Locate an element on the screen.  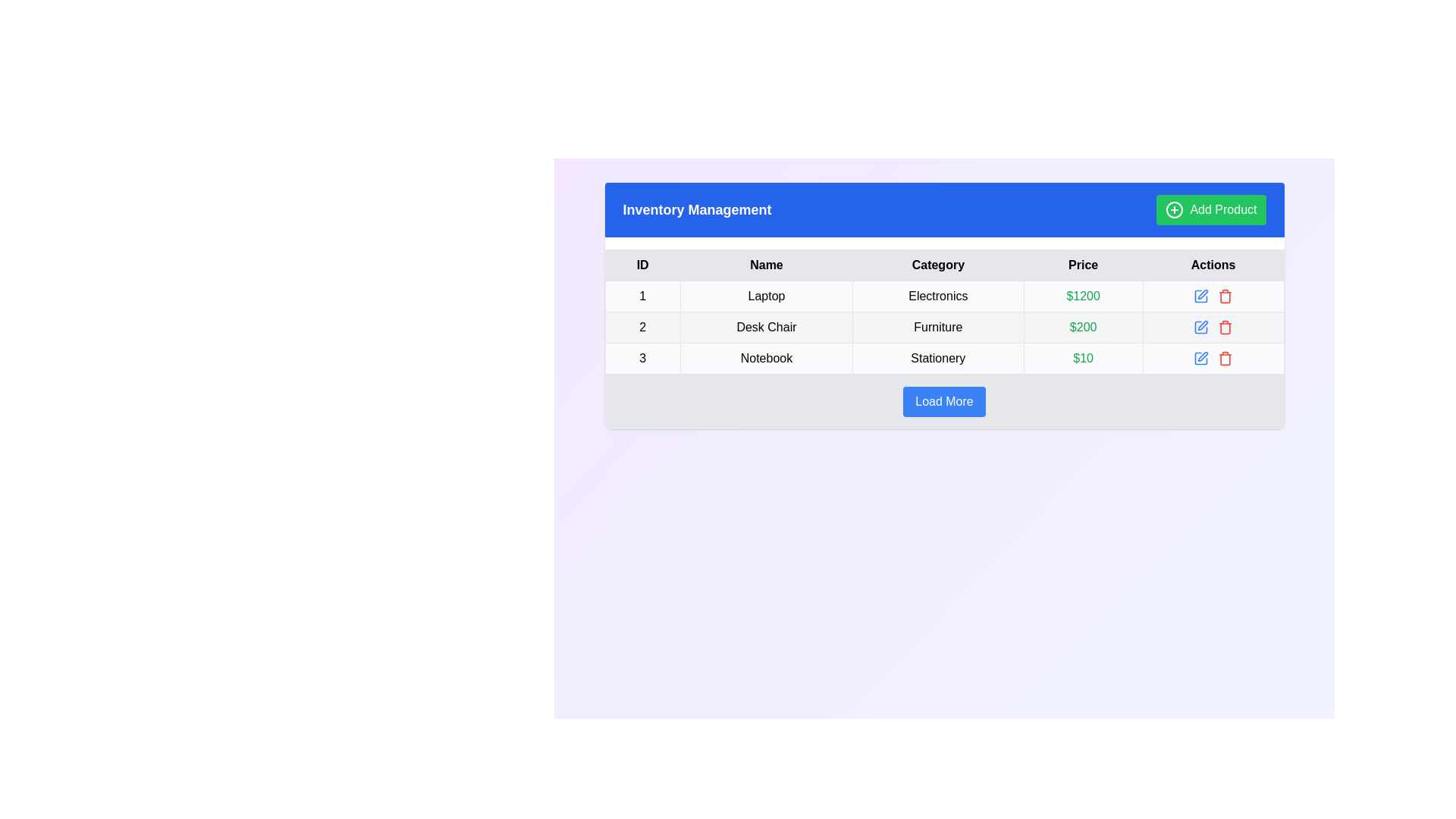
the 'Load More' button, which is styled with a blue background and white text, located at the bottom of a gray rectangular section below a table is located at coordinates (943, 400).